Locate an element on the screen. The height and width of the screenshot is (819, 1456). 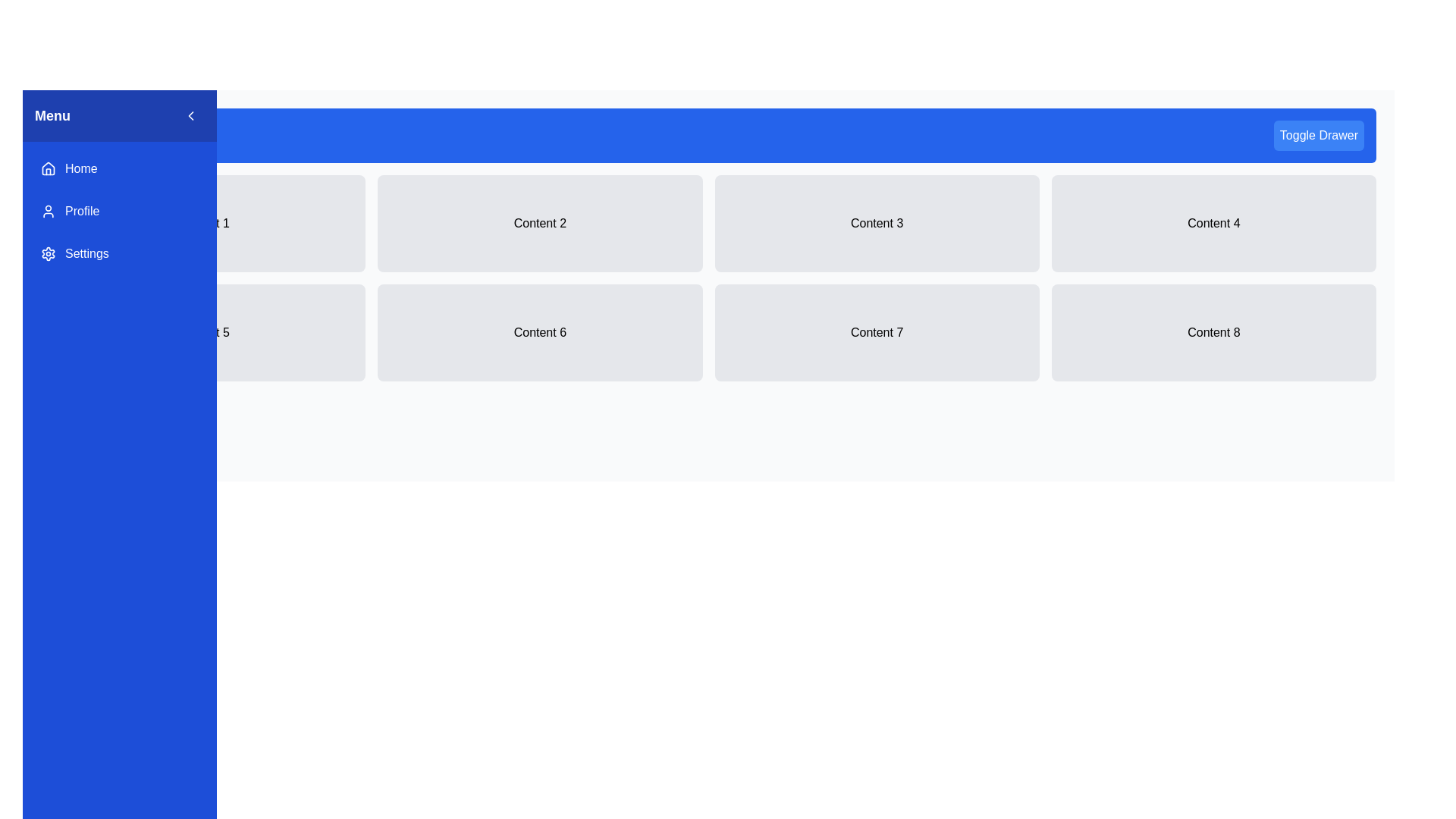
the navigation option text label that represents the homepage within the vertical side menu on the left-hand side of the interface is located at coordinates (80, 169).